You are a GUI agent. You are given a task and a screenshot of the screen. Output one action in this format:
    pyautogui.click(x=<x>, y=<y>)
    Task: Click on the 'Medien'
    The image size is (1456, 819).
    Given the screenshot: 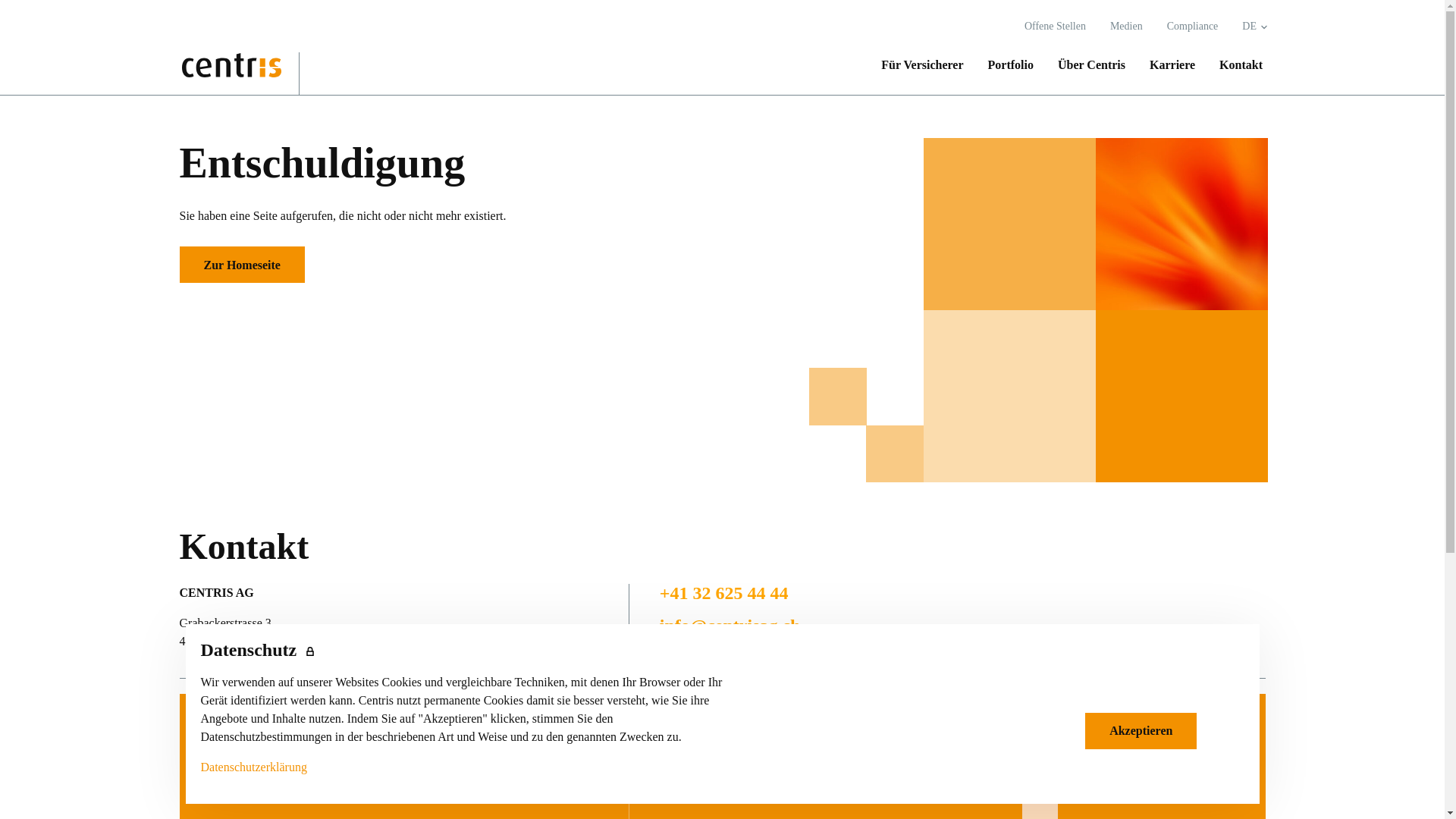 What is the action you would take?
    pyautogui.click(x=1126, y=26)
    